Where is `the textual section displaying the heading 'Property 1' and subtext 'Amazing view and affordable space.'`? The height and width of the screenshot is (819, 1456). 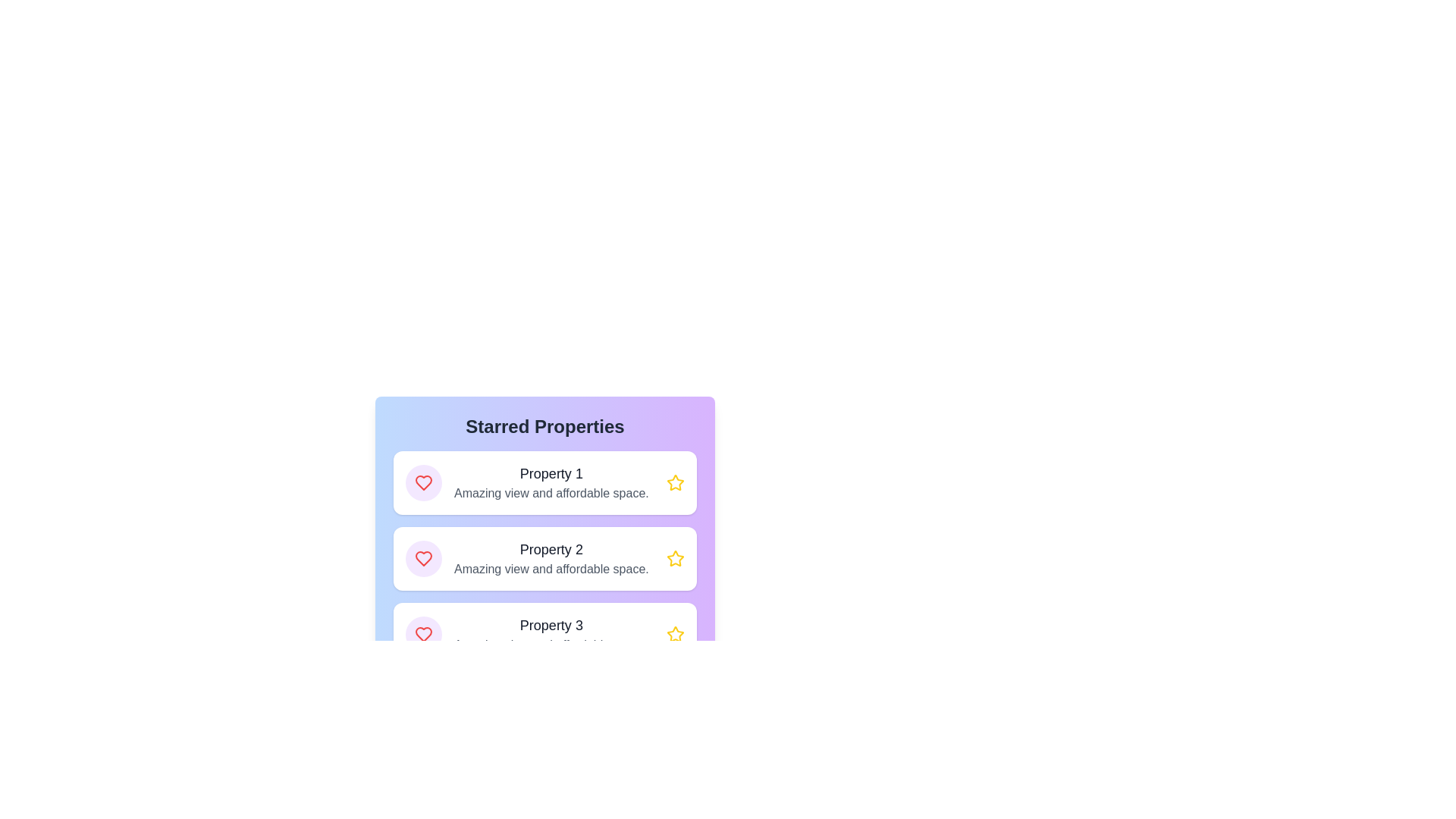
the textual section displaying the heading 'Property 1' and subtext 'Amazing view and affordable space.' is located at coordinates (551, 482).